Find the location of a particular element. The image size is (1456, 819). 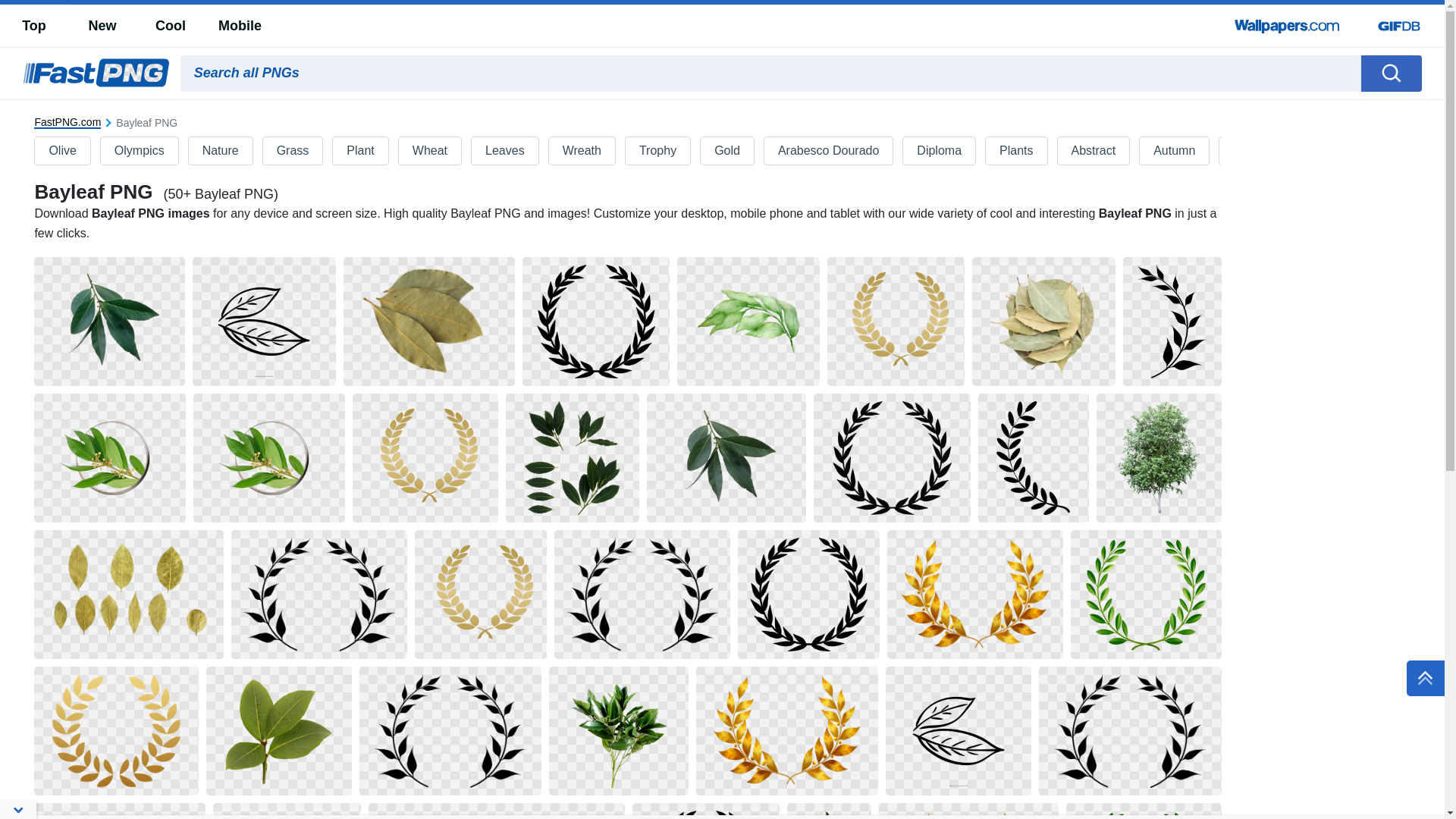

'FastPNG.com' is located at coordinates (67, 122).